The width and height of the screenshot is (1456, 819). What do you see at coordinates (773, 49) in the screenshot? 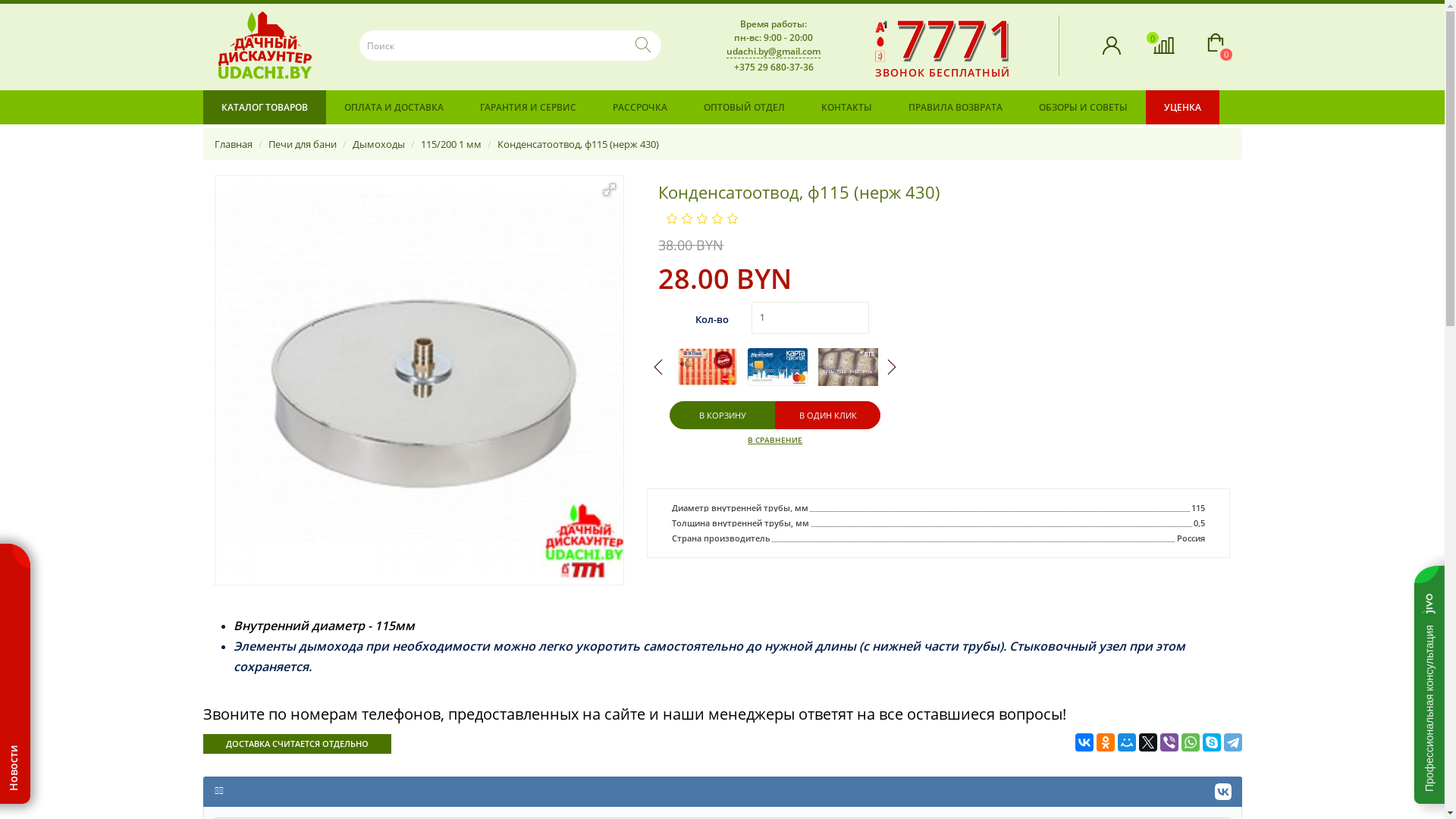
I see `'udachi.by@gmail.com'` at bounding box center [773, 49].